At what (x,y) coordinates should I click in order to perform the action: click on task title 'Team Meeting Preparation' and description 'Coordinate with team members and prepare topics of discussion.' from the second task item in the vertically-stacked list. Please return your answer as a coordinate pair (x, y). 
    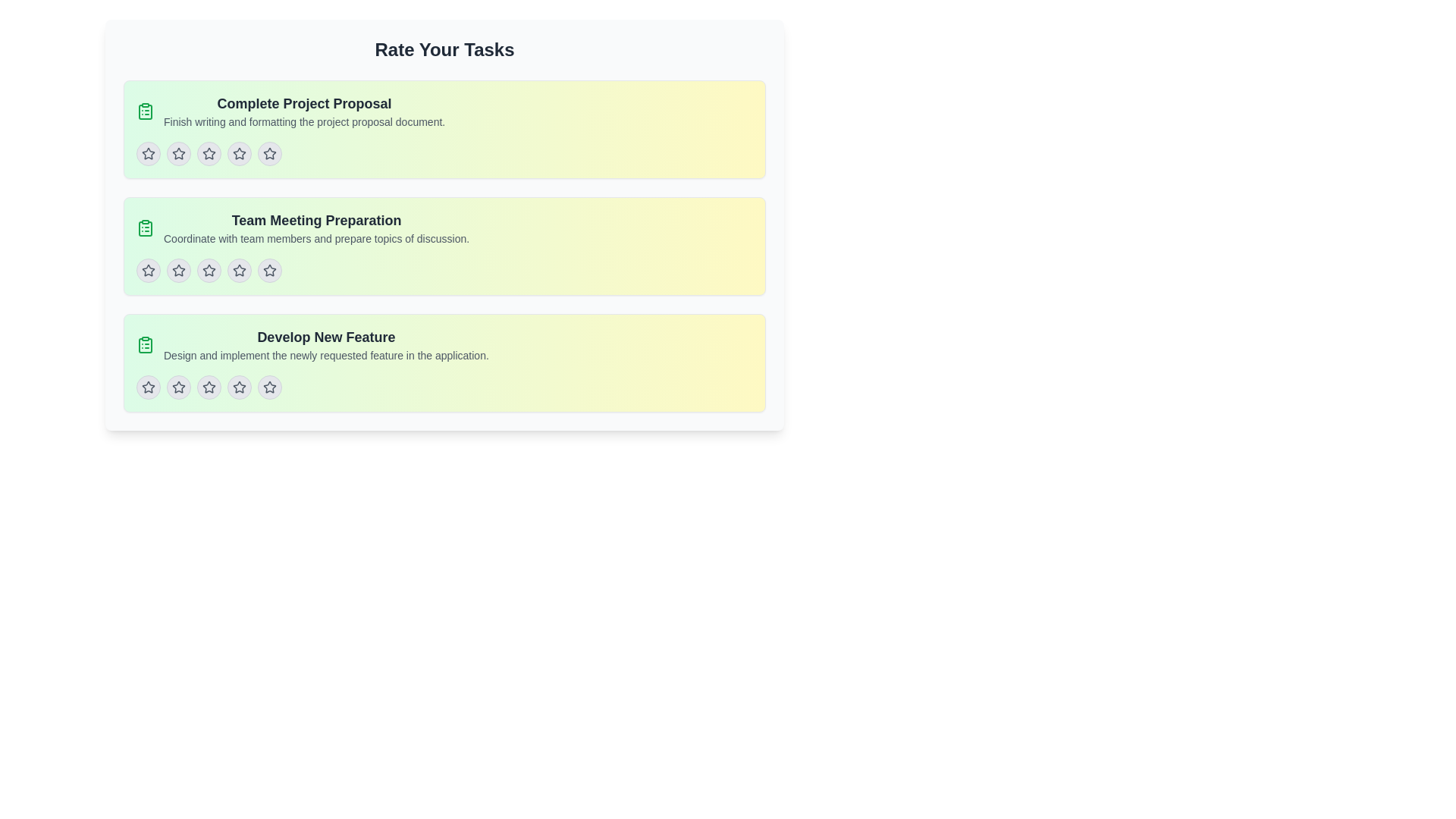
    Looking at the image, I should click on (315, 227).